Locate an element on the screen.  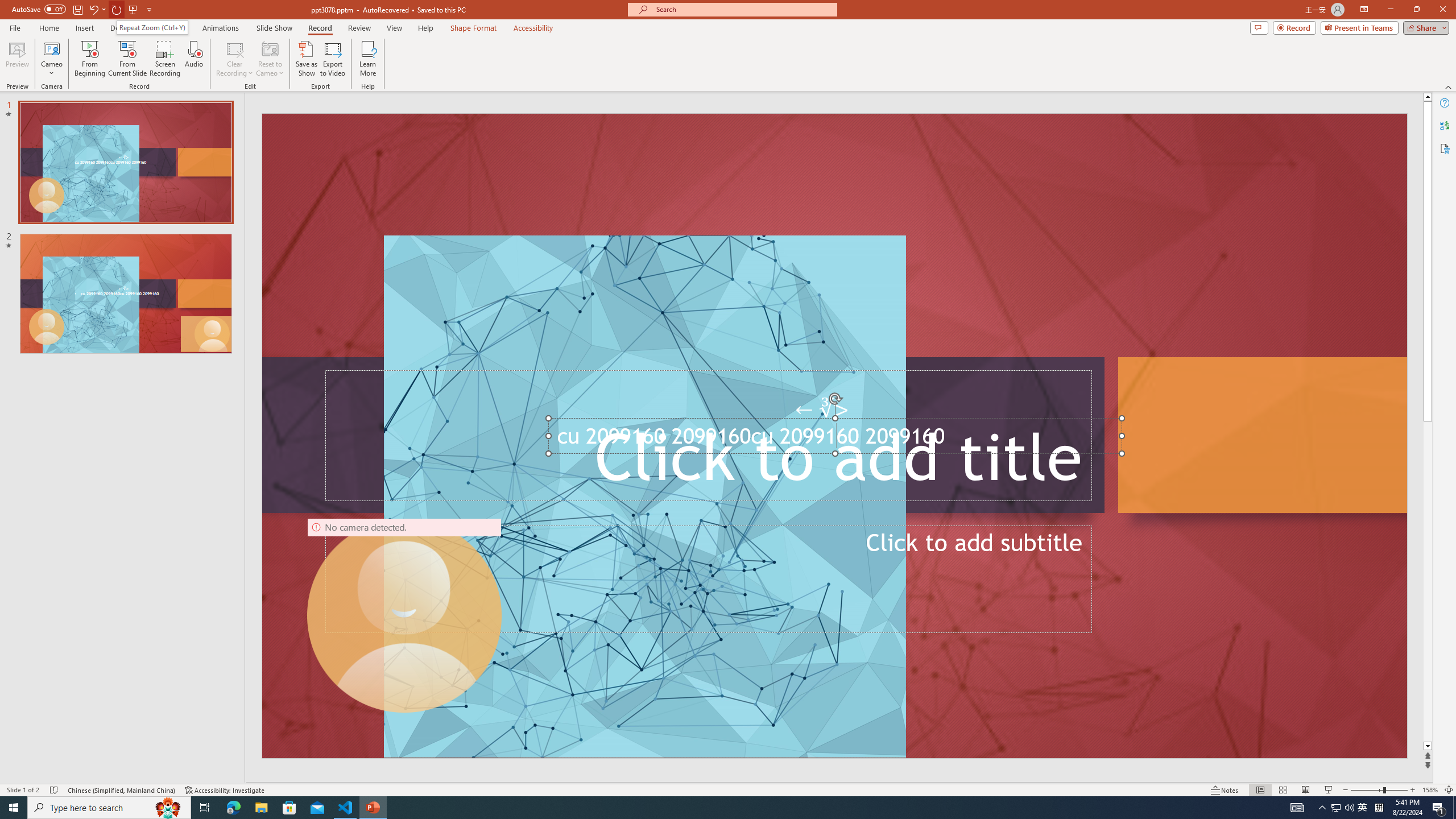
'TextBox 7' is located at coordinates (822, 409).